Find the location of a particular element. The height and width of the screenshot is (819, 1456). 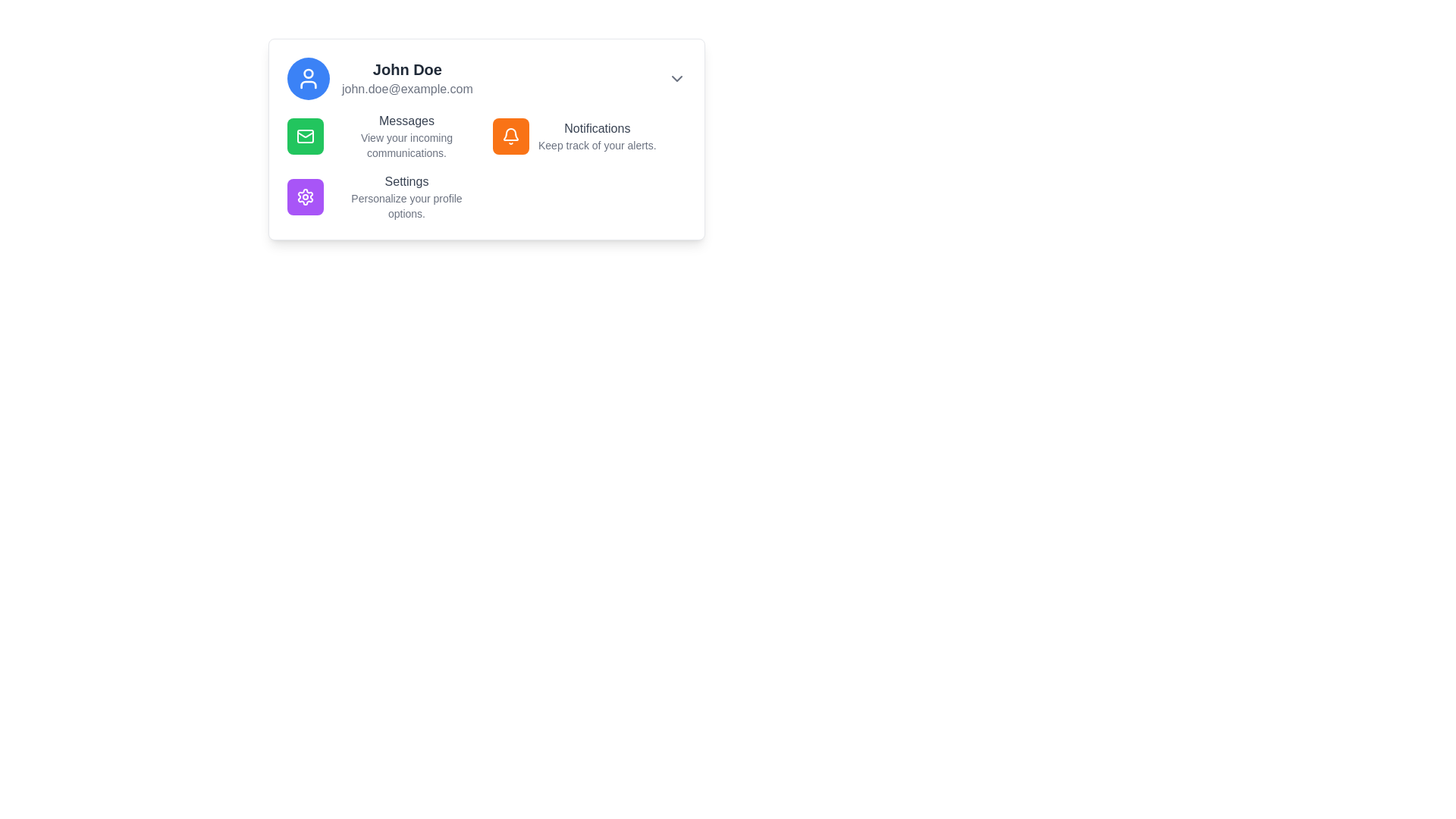

the static informational text located below the 'Notifications' section heading, which provides additional information about its function is located at coordinates (596, 146).